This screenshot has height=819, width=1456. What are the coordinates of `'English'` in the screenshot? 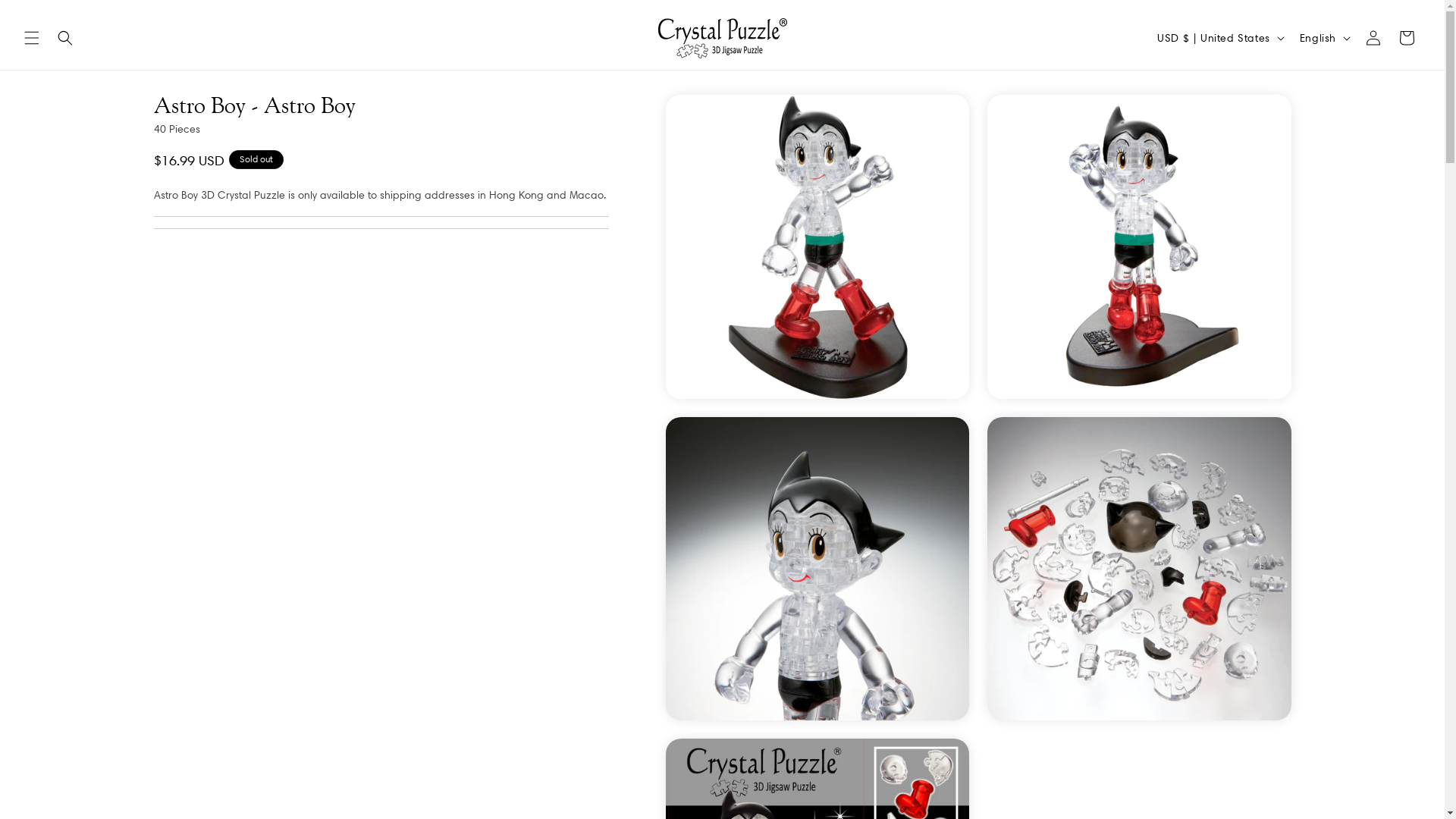 It's located at (1323, 37).